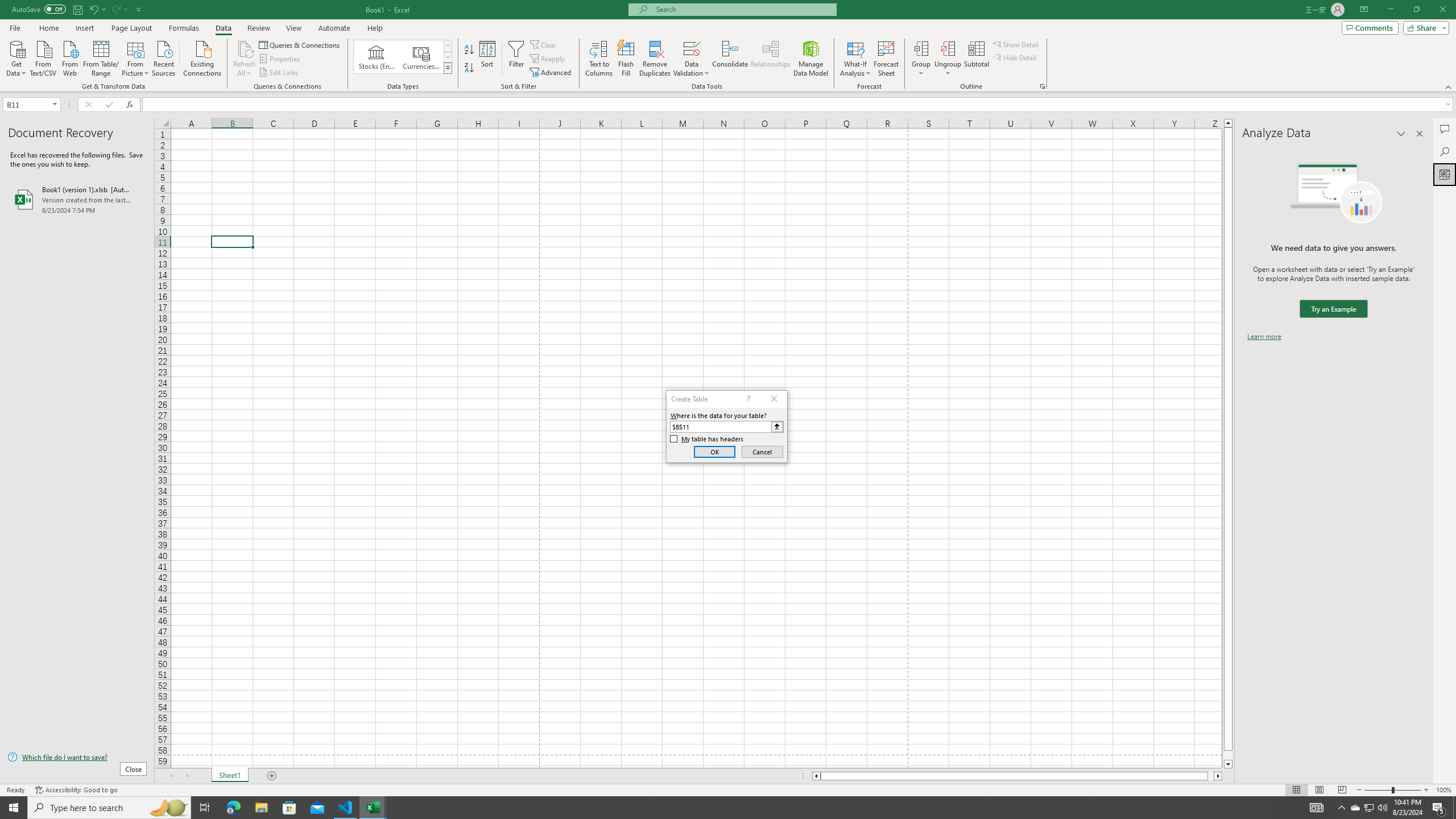  Describe the element at coordinates (730, 59) in the screenshot. I see `'Consolidate...'` at that location.